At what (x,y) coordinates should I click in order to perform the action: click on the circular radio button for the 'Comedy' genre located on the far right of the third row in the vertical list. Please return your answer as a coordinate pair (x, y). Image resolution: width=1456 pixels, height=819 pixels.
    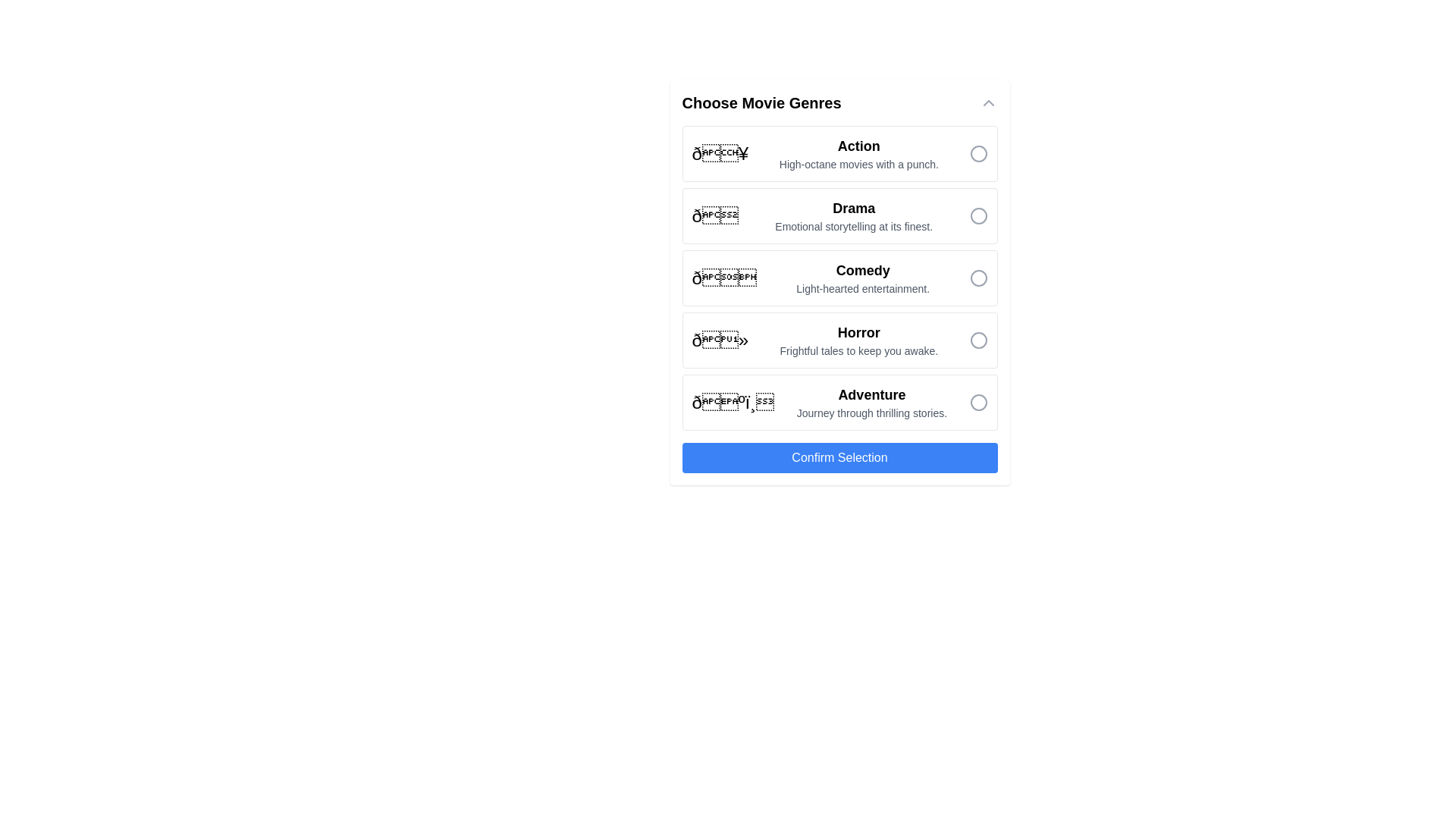
    Looking at the image, I should click on (978, 278).